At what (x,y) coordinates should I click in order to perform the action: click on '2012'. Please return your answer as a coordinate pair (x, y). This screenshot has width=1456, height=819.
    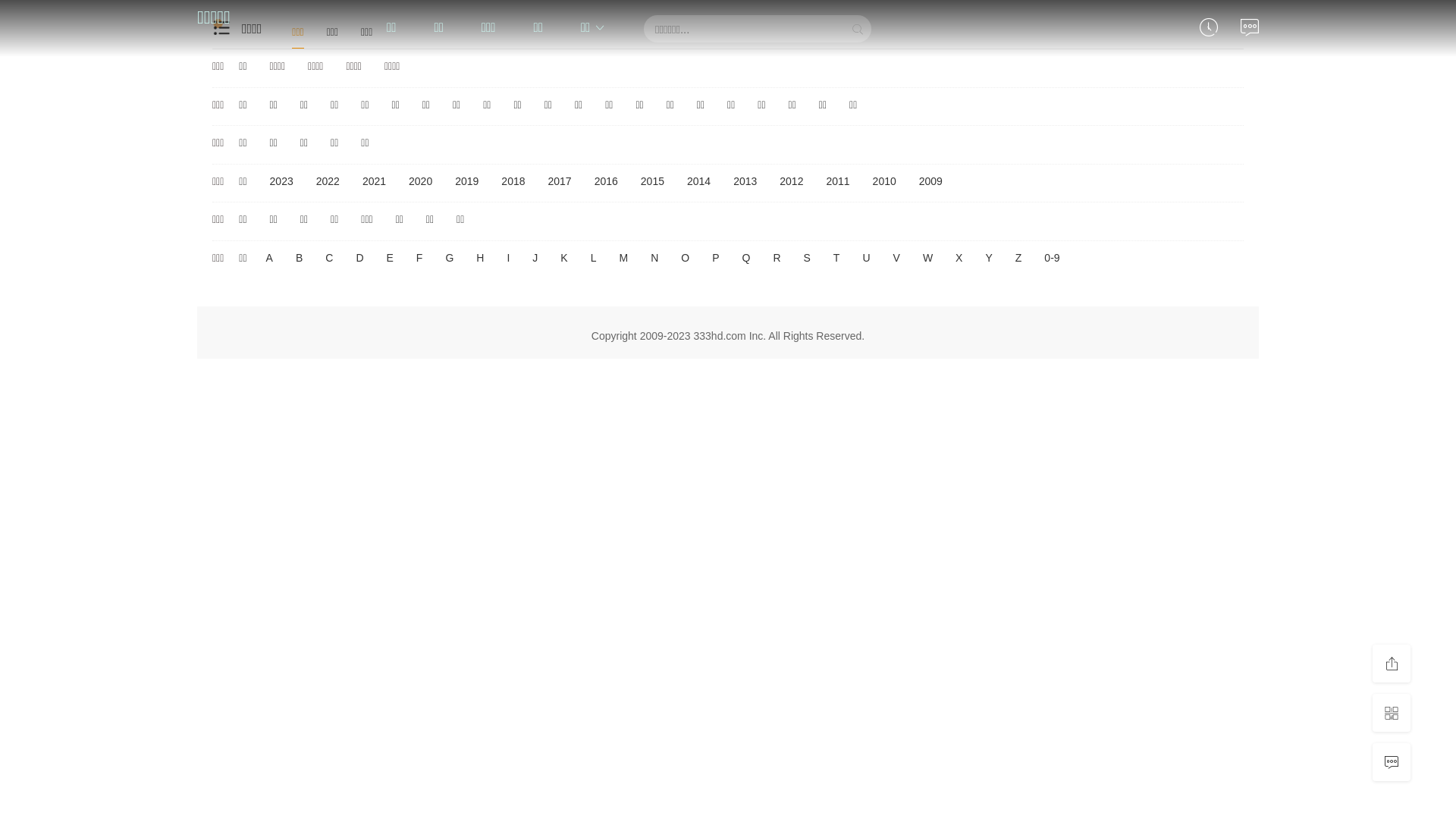
    Looking at the image, I should click on (771, 180).